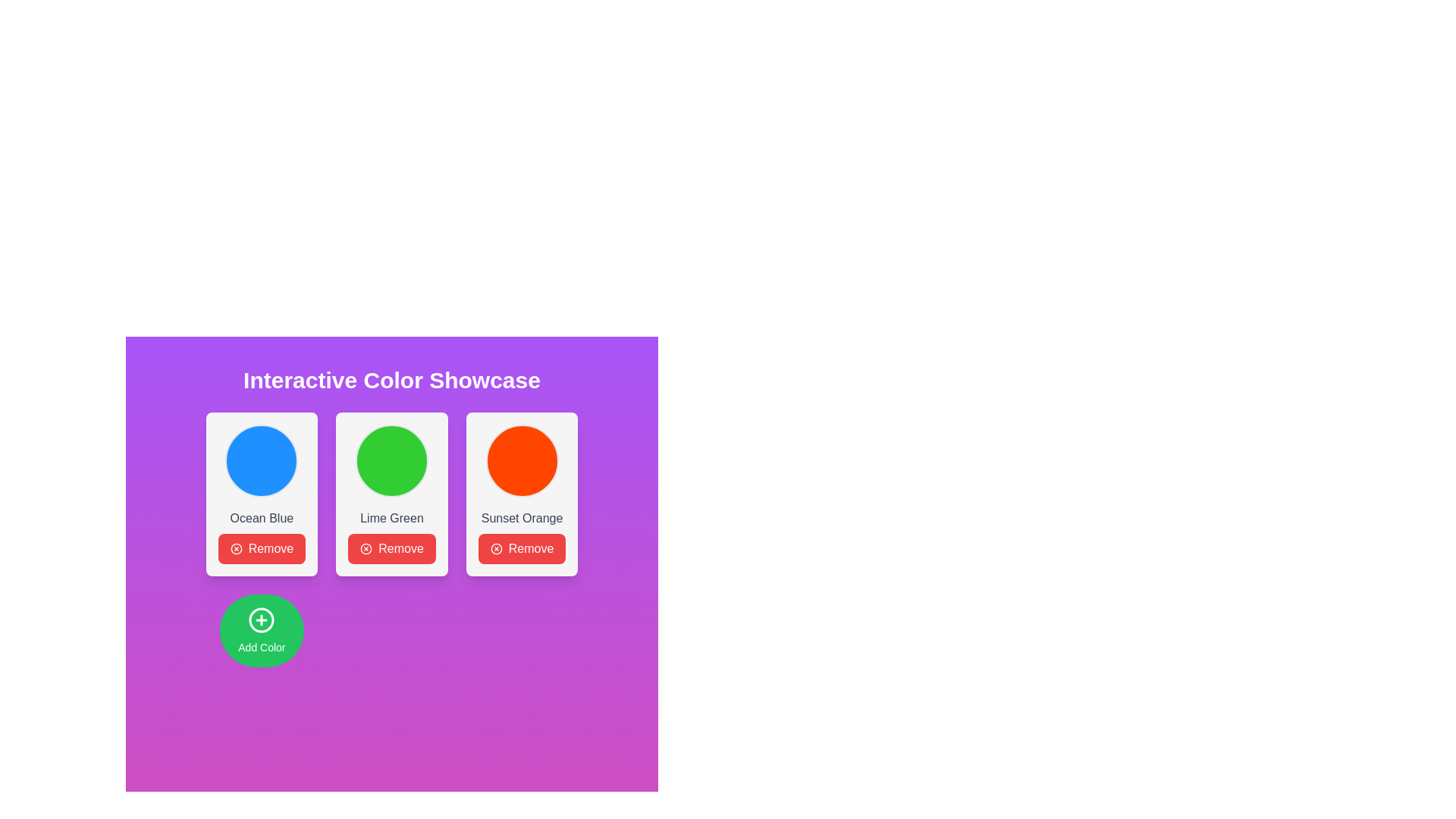 This screenshot has width=1456, height=819. What do you see at coordinates (262, 549) in the screenshot?
I see `the leftmost red button labeled 'Remove' with a small white 'X' icon` at bounding box center [262, 549].